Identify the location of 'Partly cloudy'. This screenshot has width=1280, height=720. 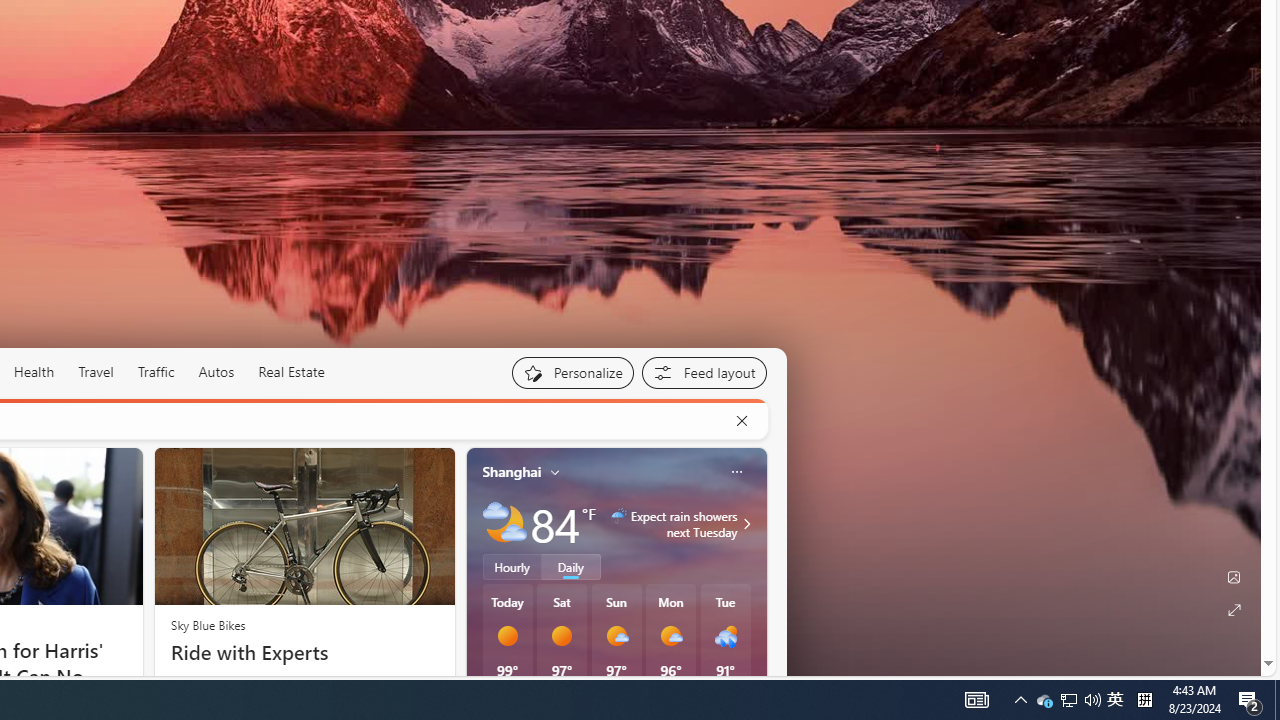
(504, 522).